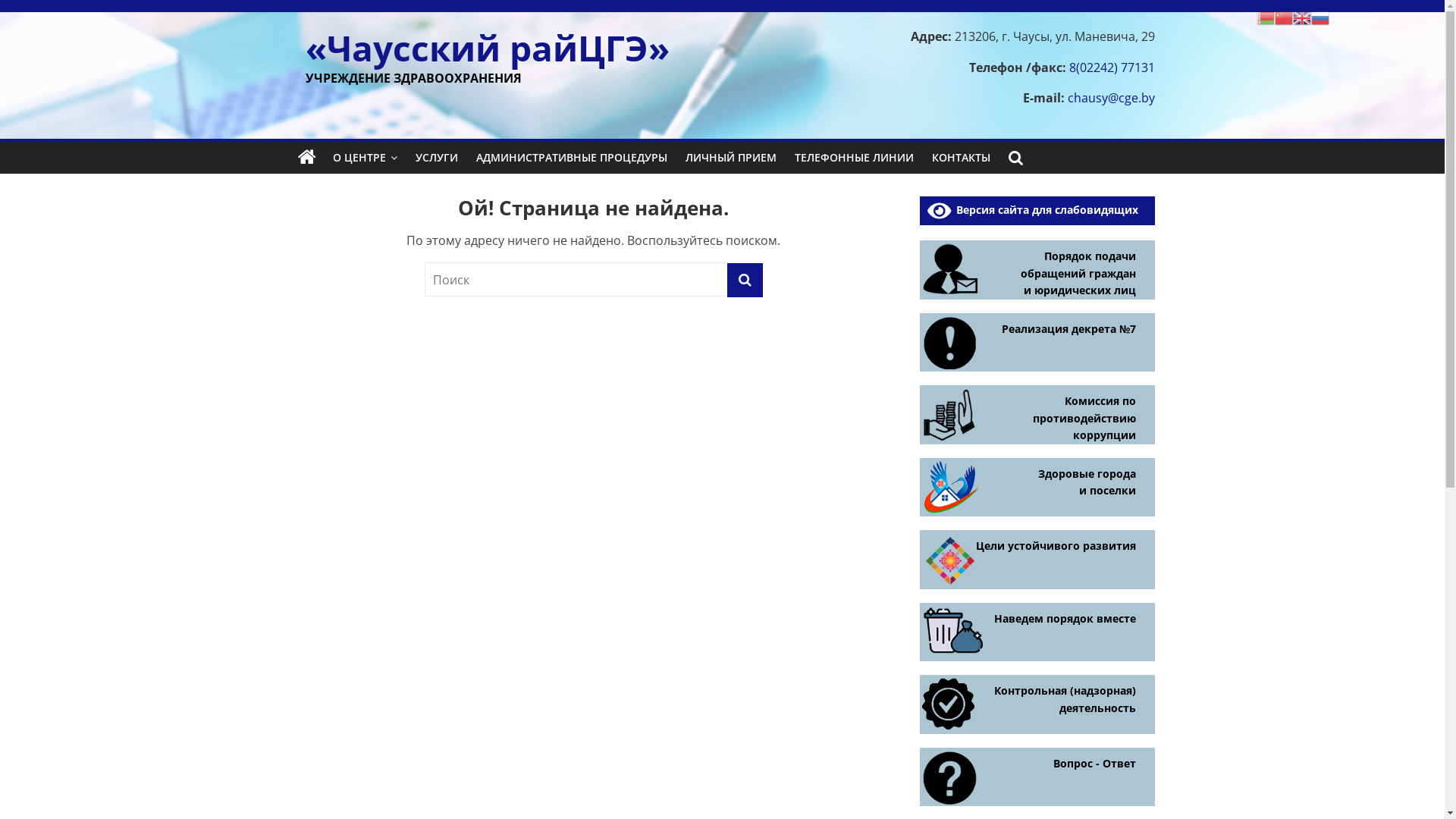 The width and height of the screenshot is (1456, 819). I want to click on 'English', so click(1301, 17).